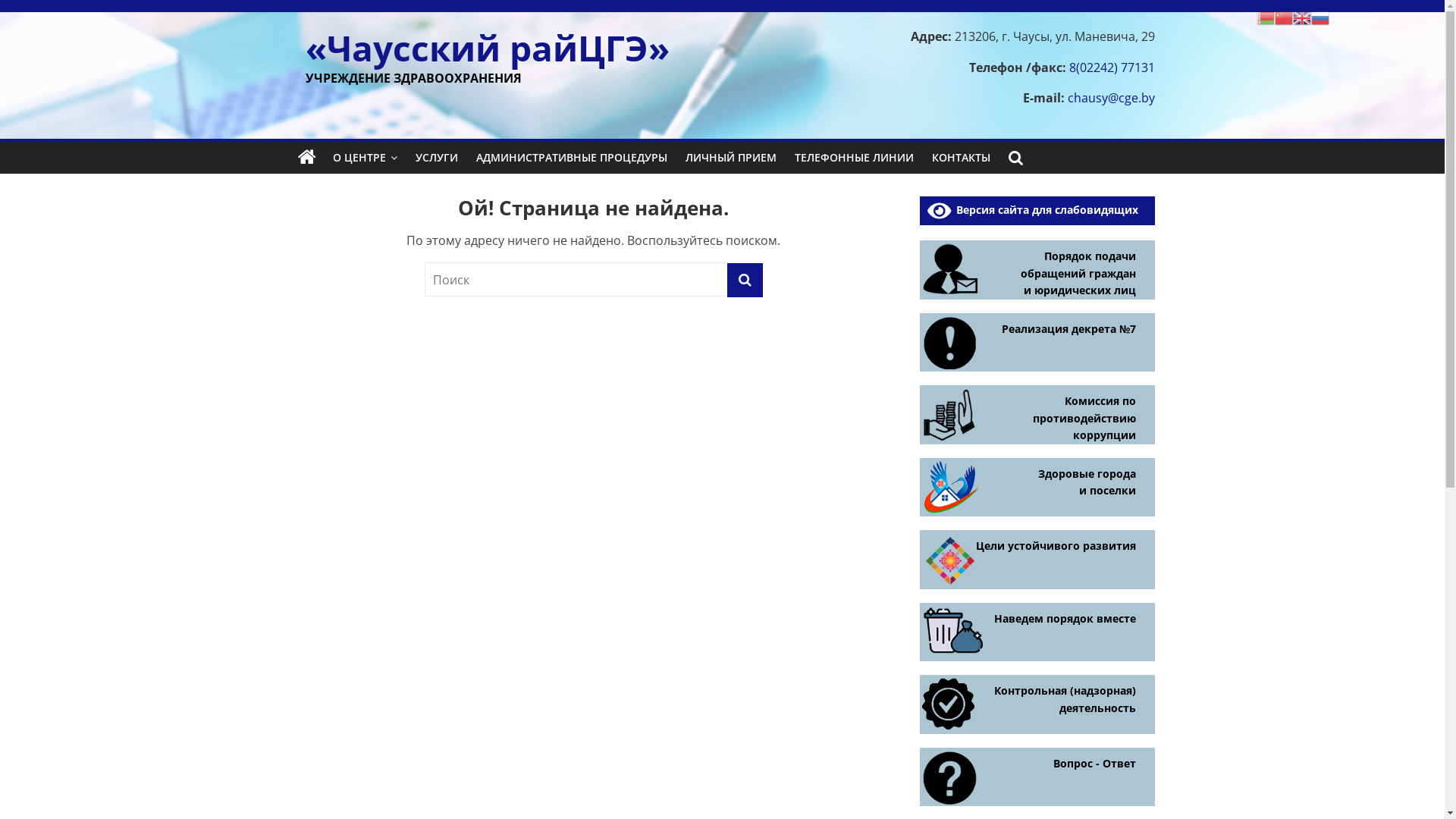 The width and height of the screenshot is (1456, 819). I want to click on 'English', so click(1301, 17).